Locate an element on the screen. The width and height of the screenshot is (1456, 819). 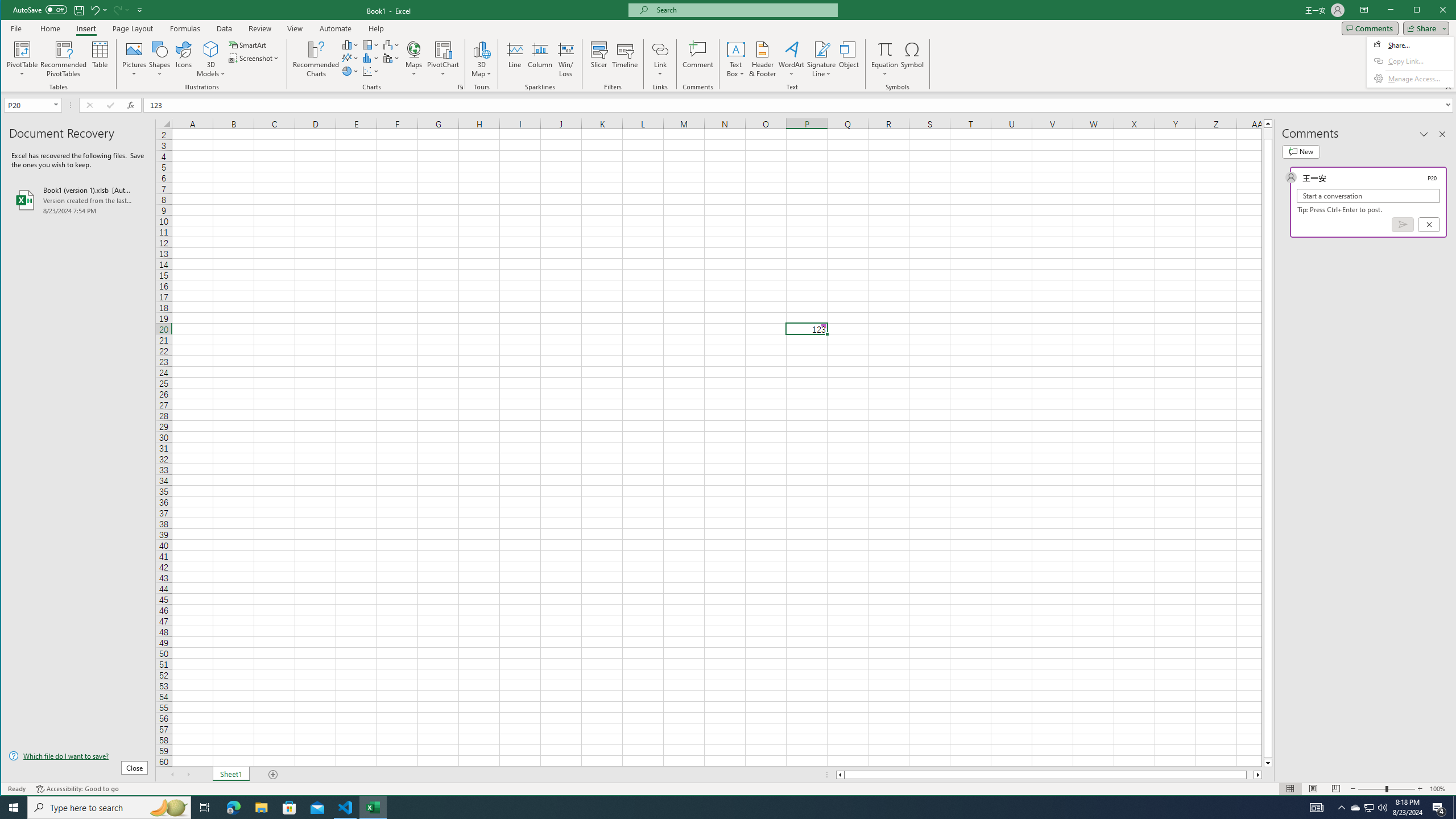
'Recommended PivotTables' is located at coordinates (63, 59).